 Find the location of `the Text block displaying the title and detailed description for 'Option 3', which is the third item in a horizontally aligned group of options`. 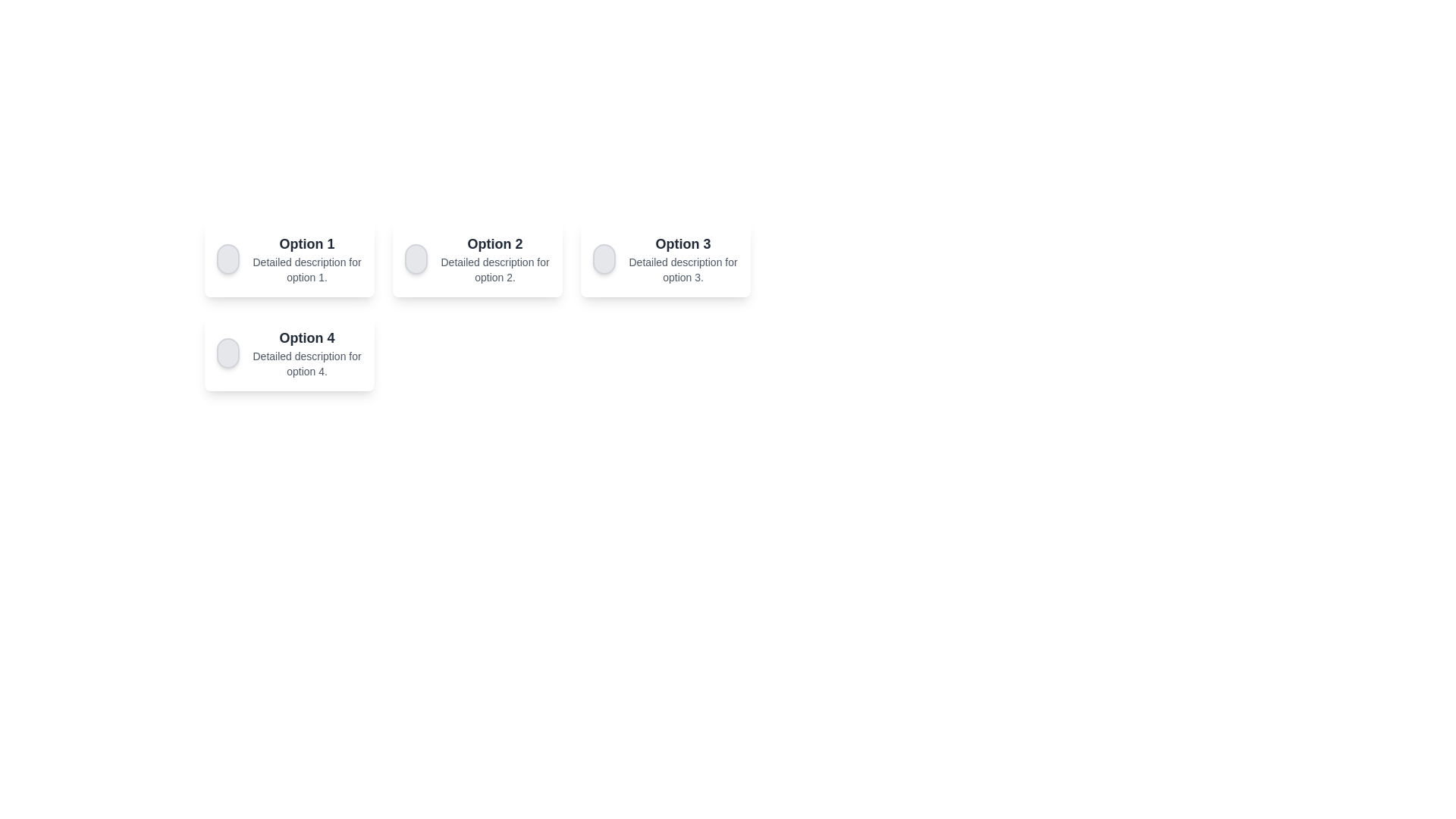

the Text block displaying the title and detailed description for 'Option 3', which is the third item in a horizontally aligned group of options is located at coordinates (666, 259).